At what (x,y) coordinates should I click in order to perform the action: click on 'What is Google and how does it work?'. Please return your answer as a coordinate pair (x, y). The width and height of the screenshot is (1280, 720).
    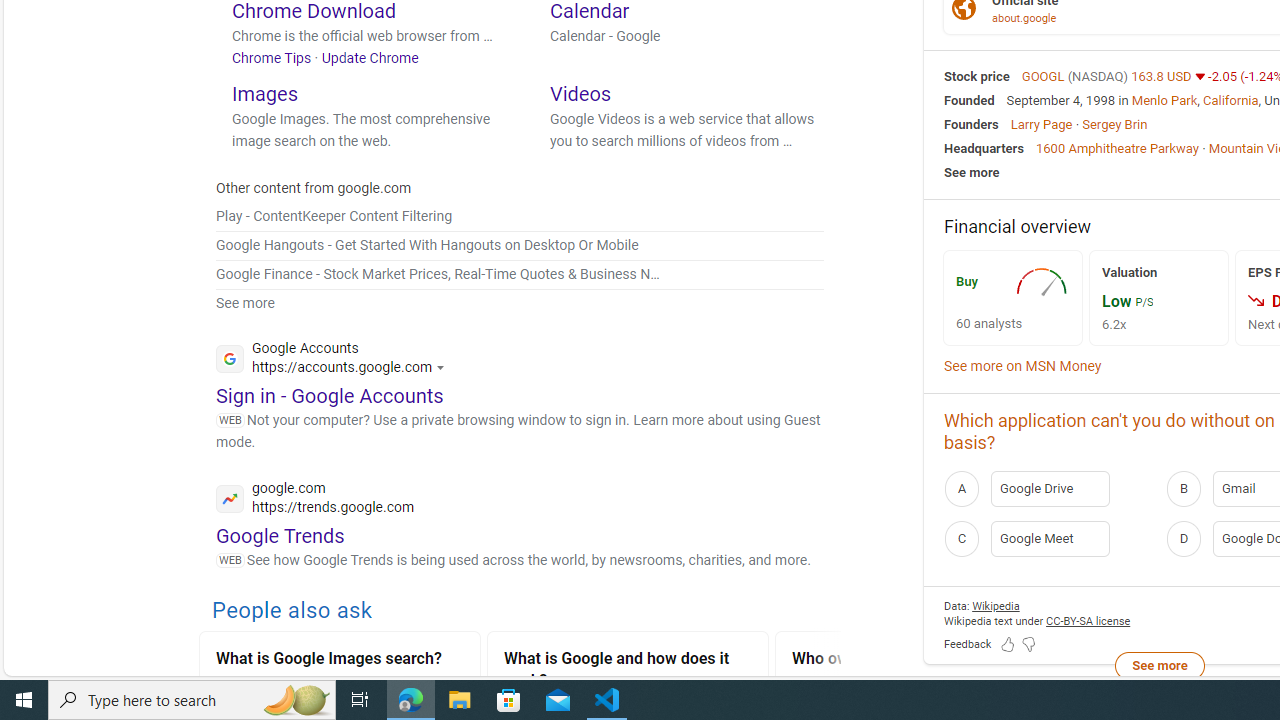
    Looking at the image, I should click on (627, 671).